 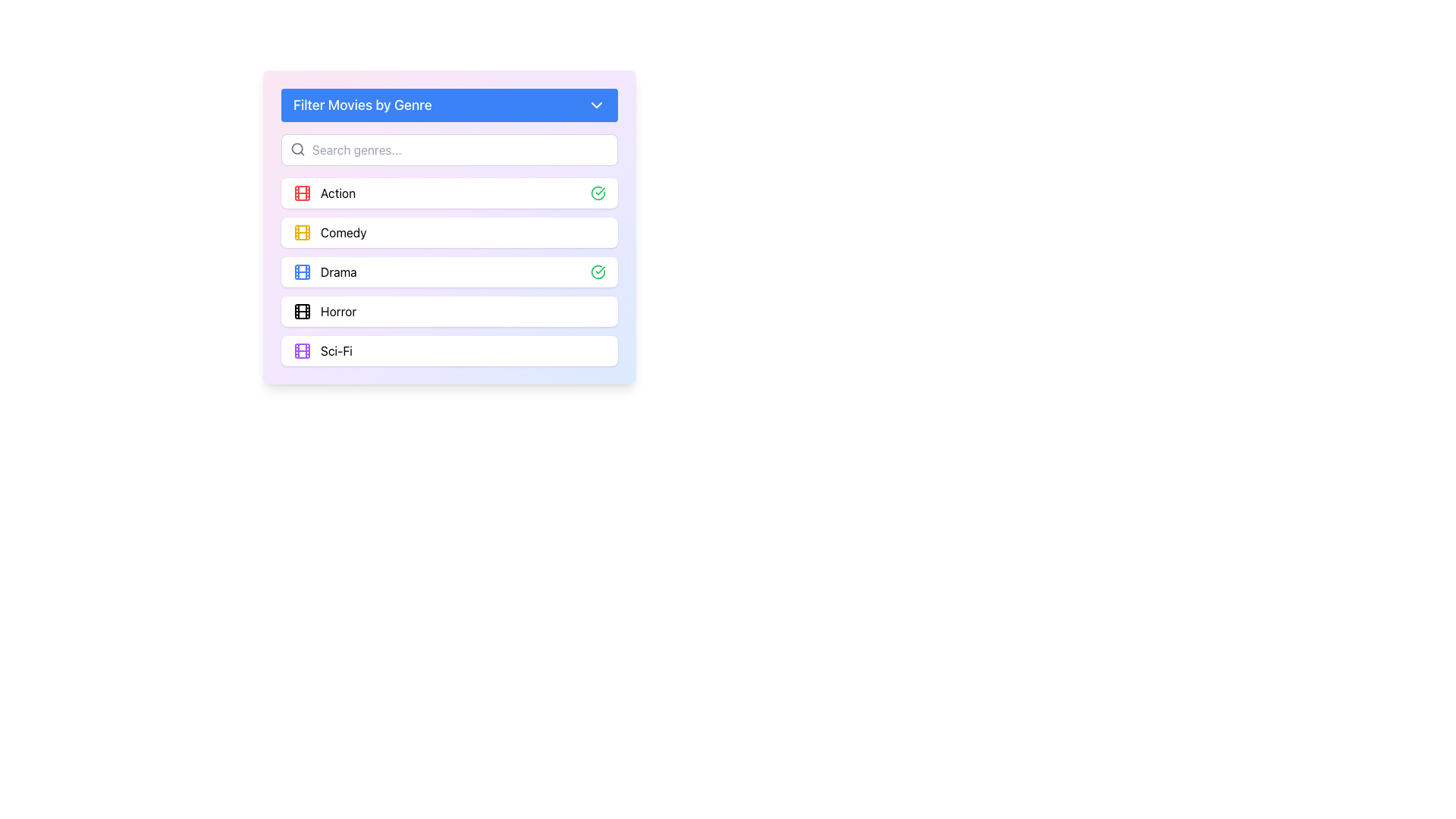 I want to click on the 'Horror' text label in the 'Filter Movies by Genre' menu, which is positioned as the fourth item between 'Drama' and 'Sci-Fi', so click(x=337, y=311).